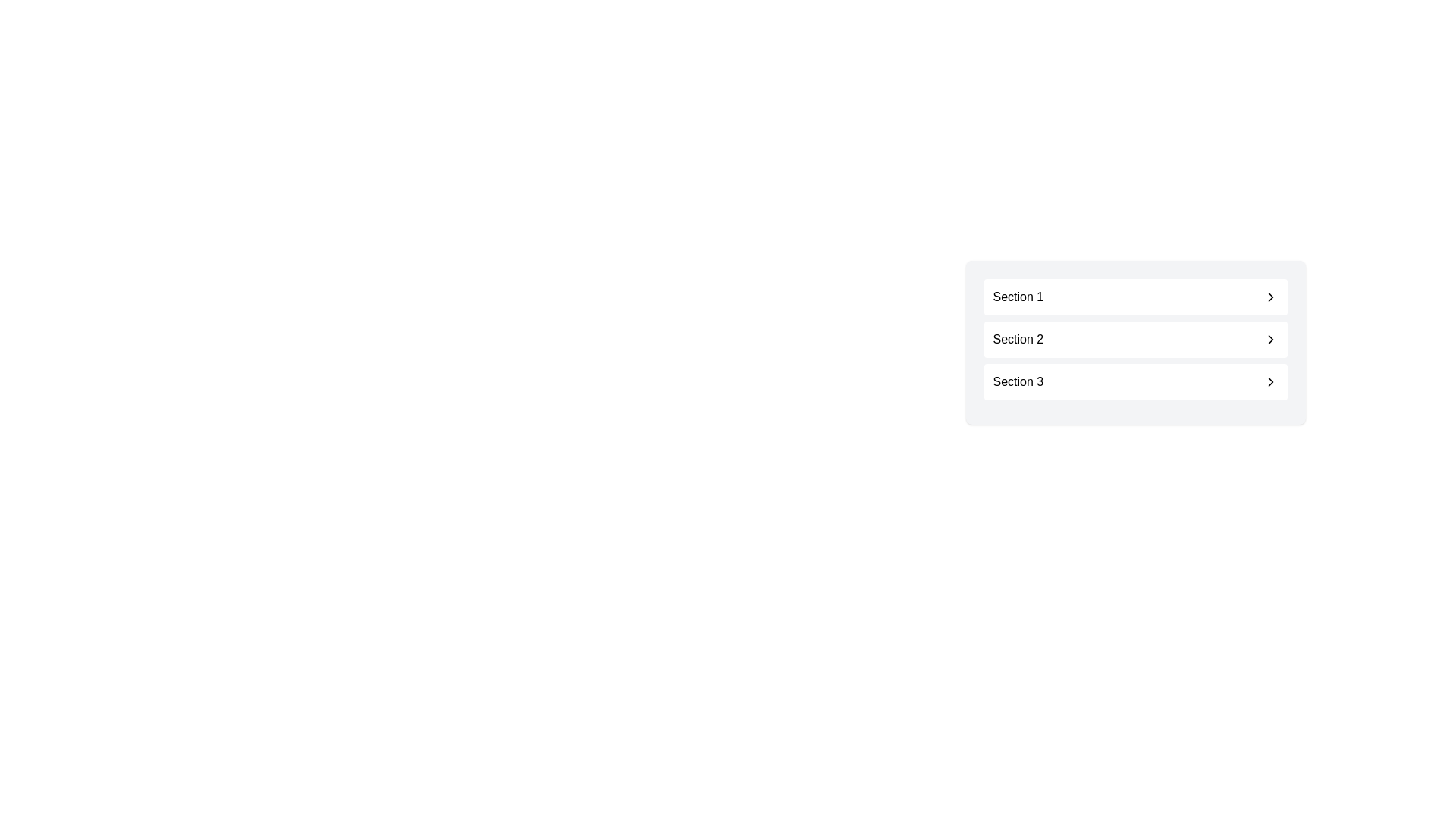  Describe the element at coordinates (1135, 342) in the screenshot. I see `the List item representing 'Section 2'` at that location.